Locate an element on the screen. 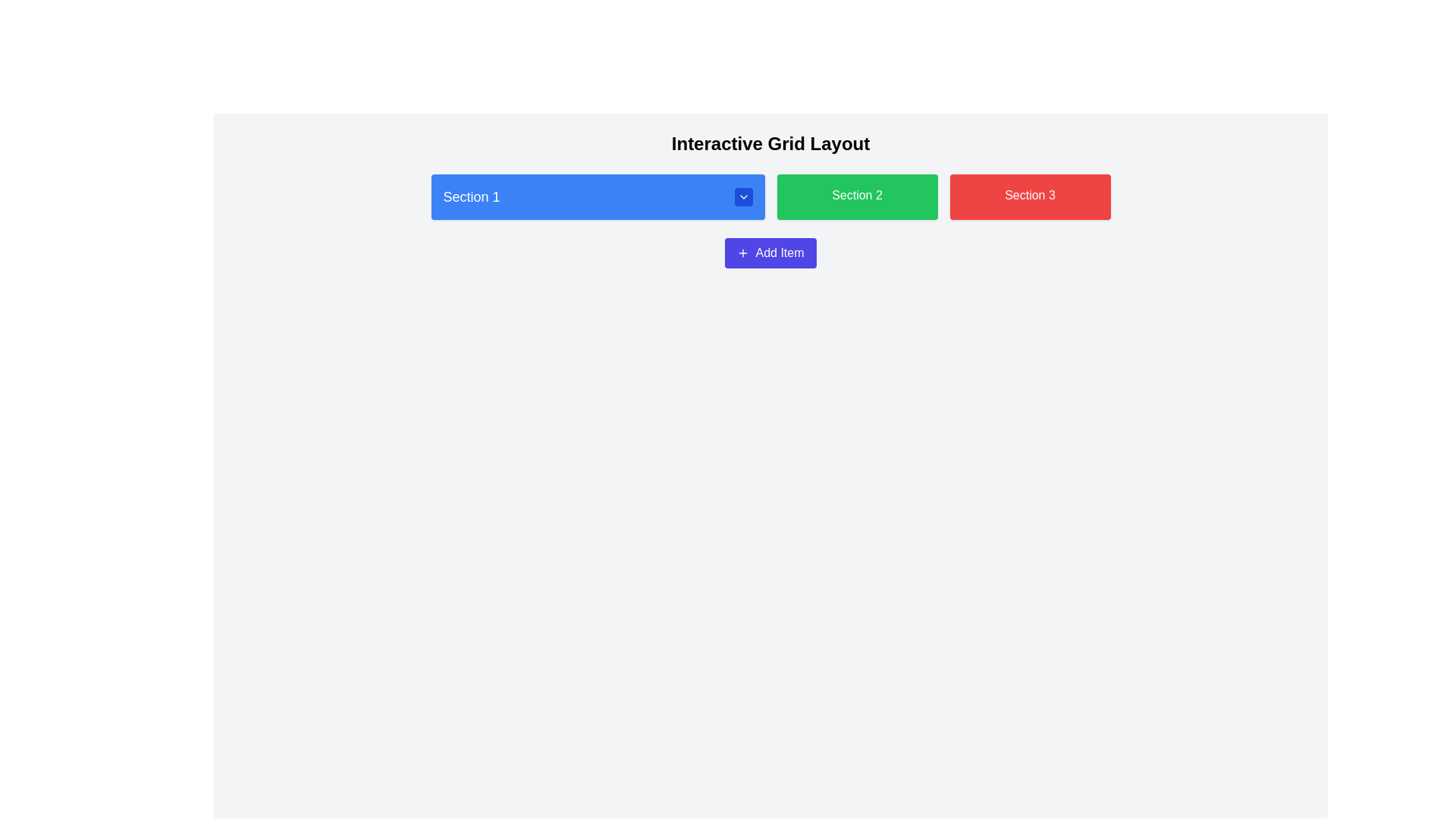  the Dropdown Menu Trigger for 'Section 1' located in the blue box at the top left is located at coordinates (597, 196).